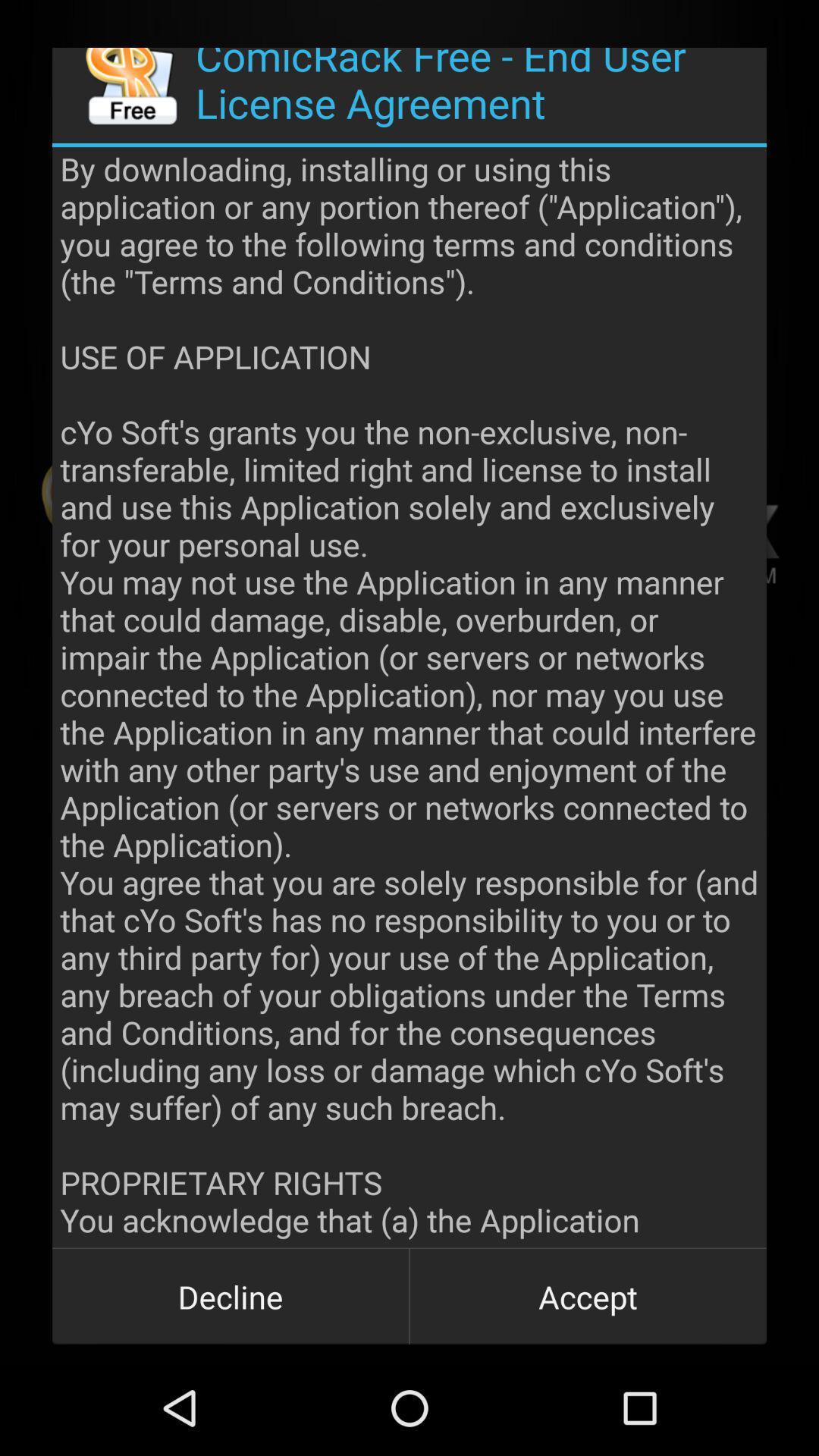 The width and height of the screenshot is (819, 1456). Describe the element at coordinates (587, 1295) in the screenshot. I see `button to the right of the decline icon` at that location.